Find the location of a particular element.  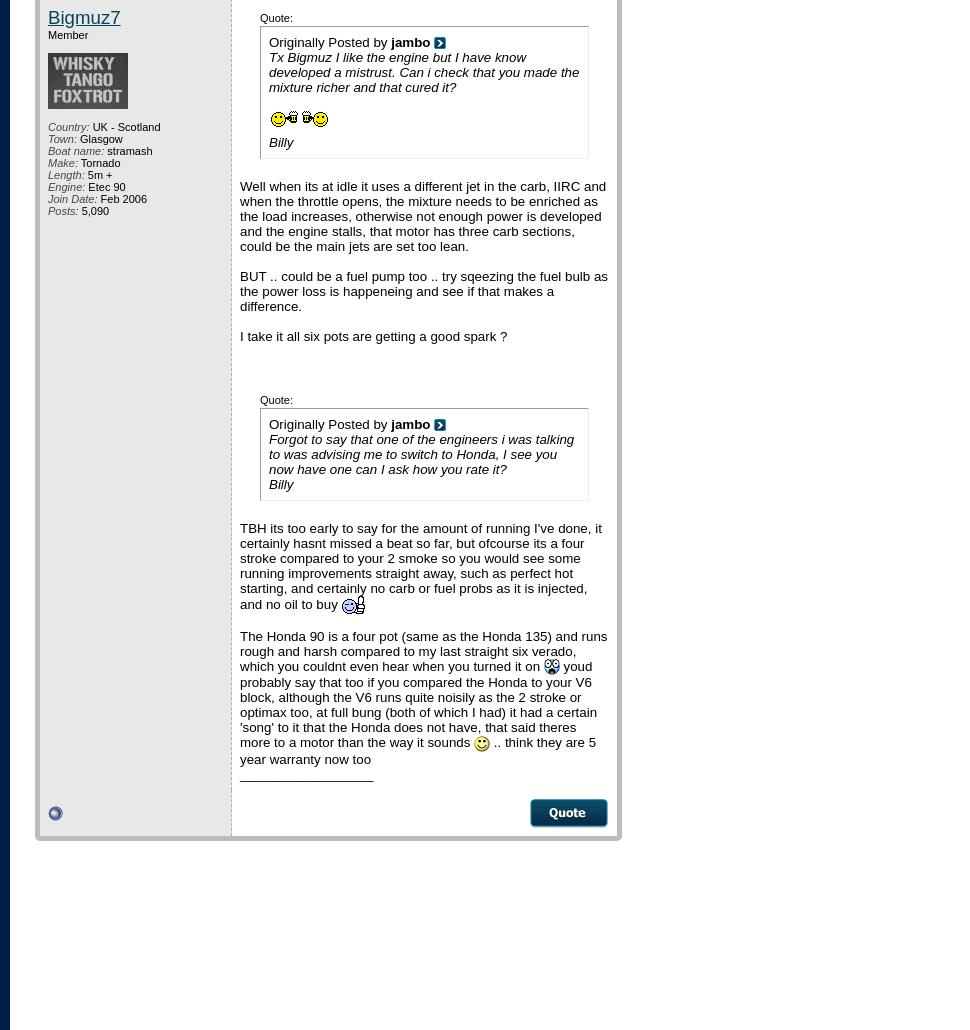

'TBH its too early to say for the amount of running I've done, it certainly hasnt missed a beat so far, but ofcourse its a four stroke compared to your 2 smoke so you would see some running improvements straight away, such as perfect hot starting, and certainly no carb or fuel probs as it is injected, and no oil to buy' is located at coordinates (420, 565).